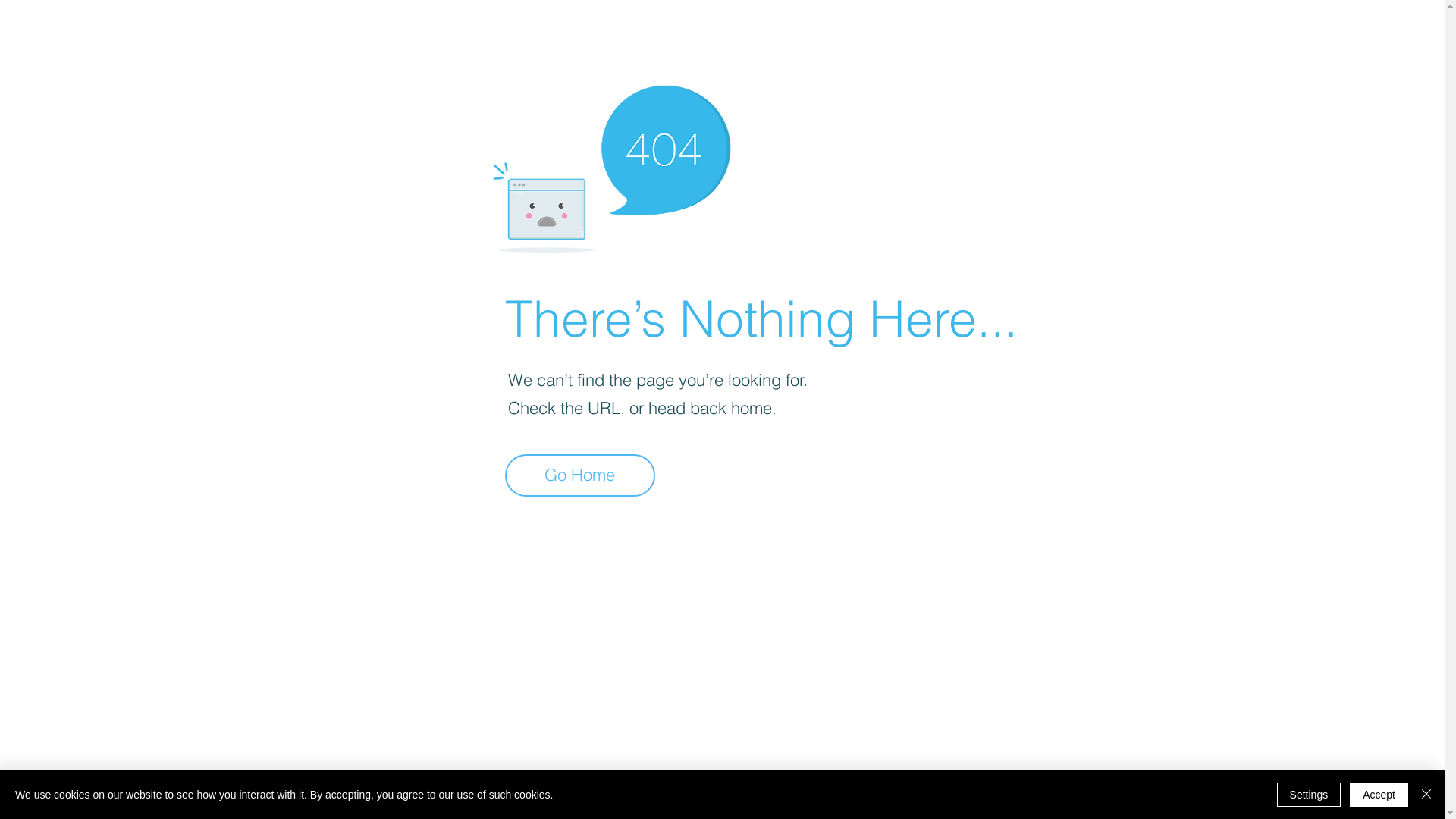 Image resolution: width=1456 pixels, height=819 pixels. What do you see at coordinates (610, 165) in the screenshot?
I see `'404-icon_2.png'` at bounding box center [610, 165].